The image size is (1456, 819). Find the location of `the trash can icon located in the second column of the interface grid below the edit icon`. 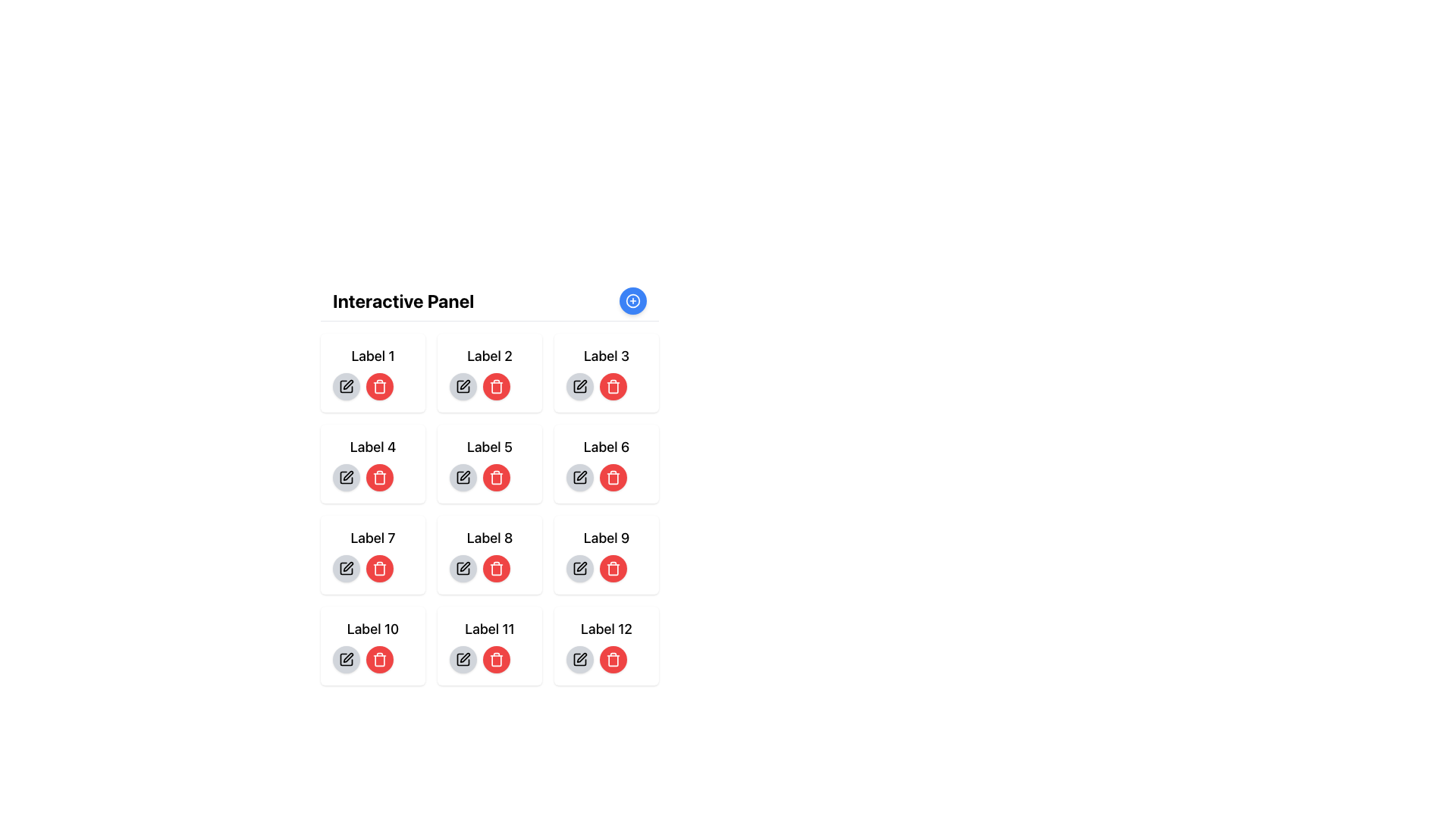

the trash can icon located in the second column of the interface grid below the edit icon is located at coordinates (496, 386).